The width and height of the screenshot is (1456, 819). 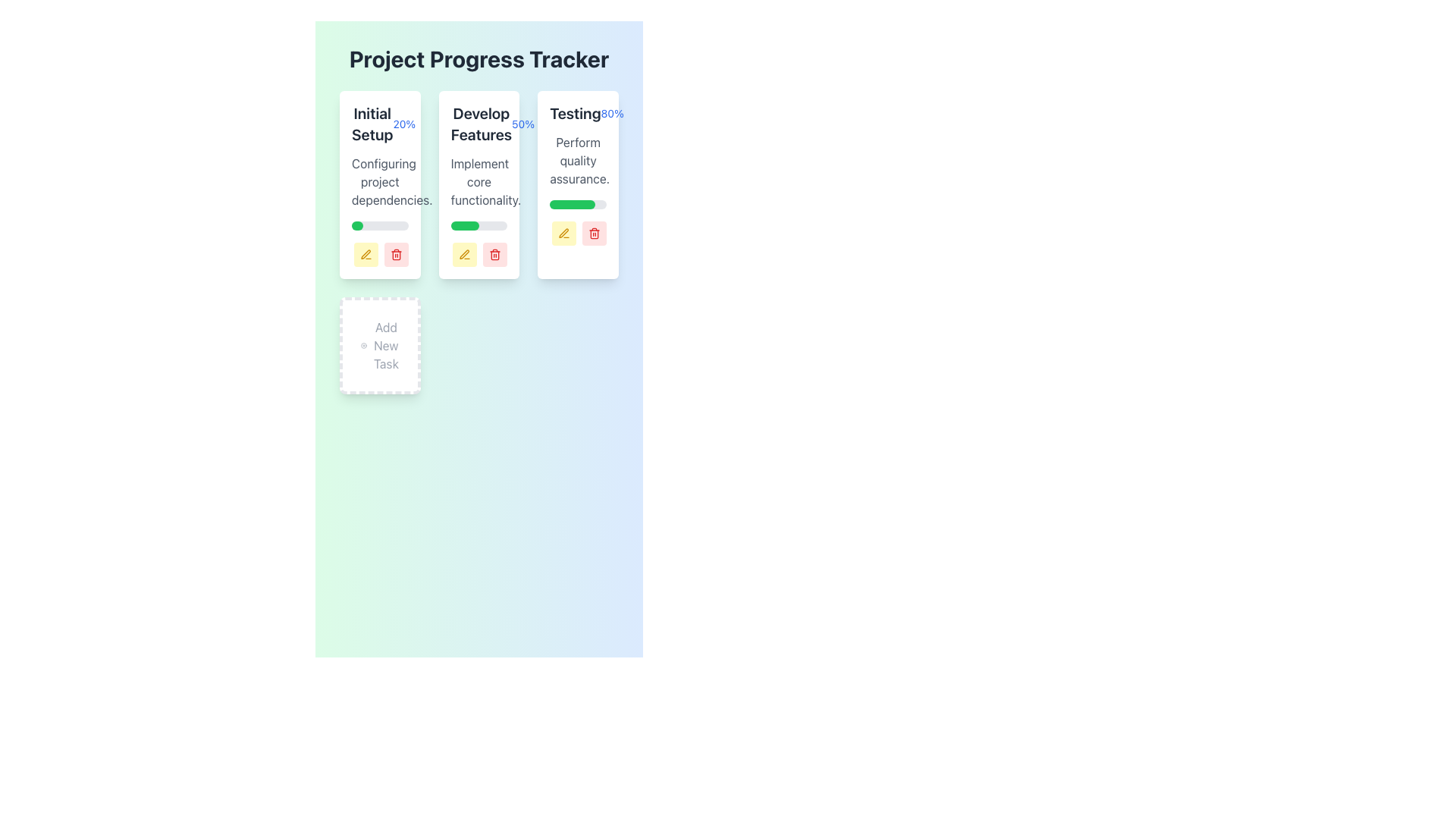 I want to click on the Text Label displaying 'Testing' and '80%' in the top-right card of the grid layout, so click(x=577, y=113).